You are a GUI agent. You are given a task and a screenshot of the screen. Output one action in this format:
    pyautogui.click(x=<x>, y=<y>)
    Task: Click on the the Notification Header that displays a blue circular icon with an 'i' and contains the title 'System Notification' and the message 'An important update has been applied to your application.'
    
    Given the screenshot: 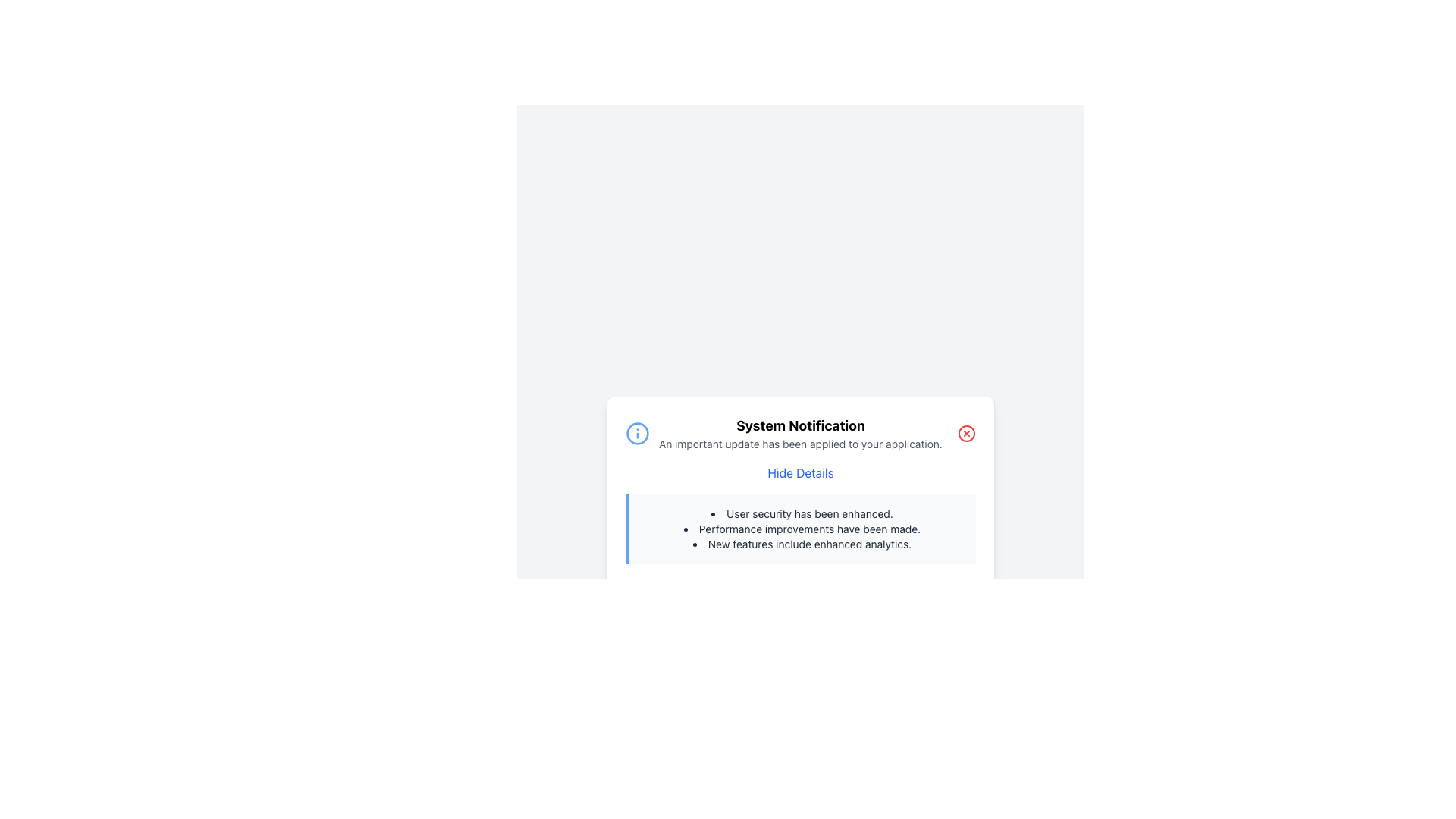 What is the action you would take?
    pyautogui.click(x=783, y=433)
    